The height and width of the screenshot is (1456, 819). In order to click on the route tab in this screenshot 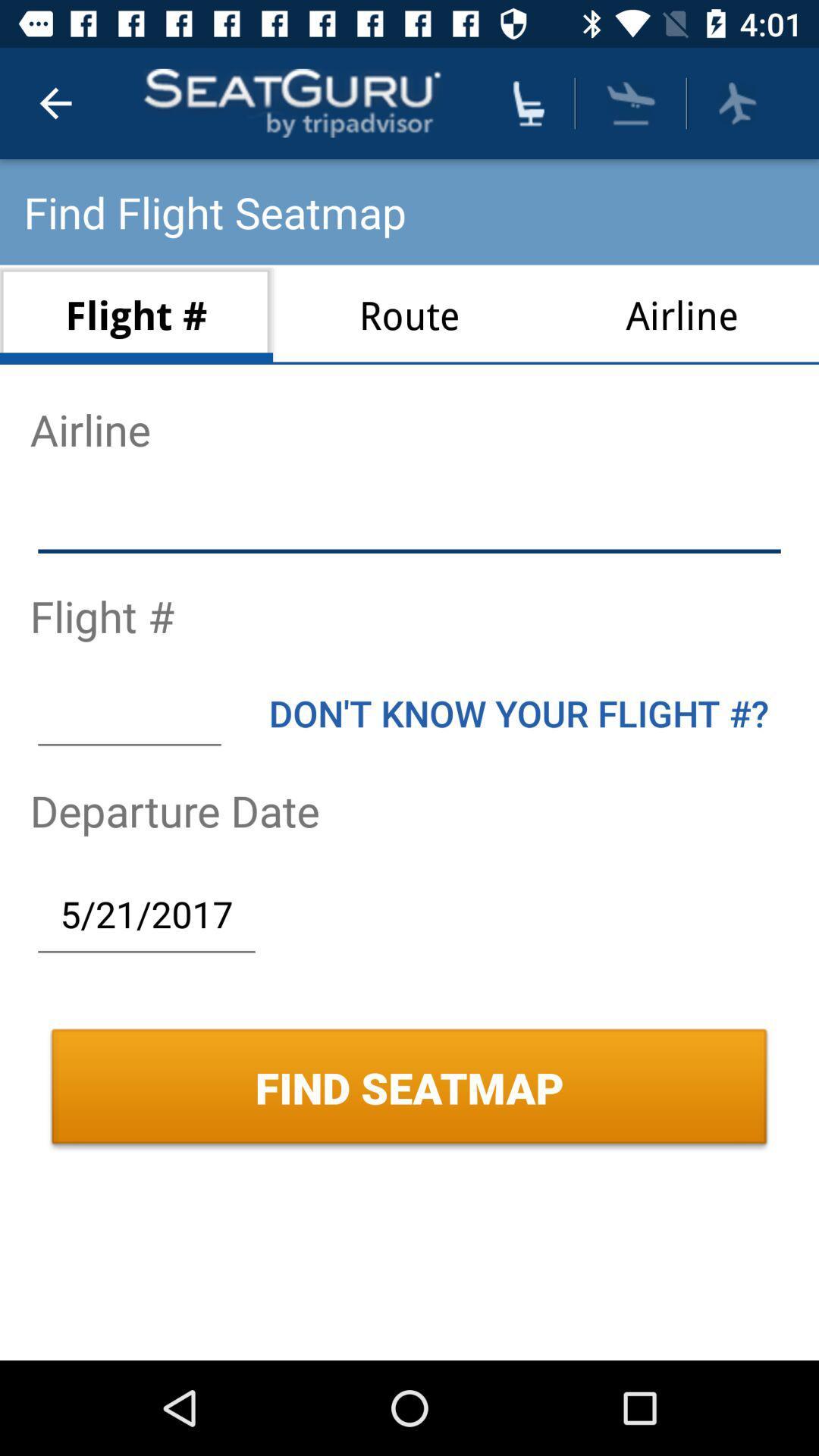, I will do `click(409, 314)`.